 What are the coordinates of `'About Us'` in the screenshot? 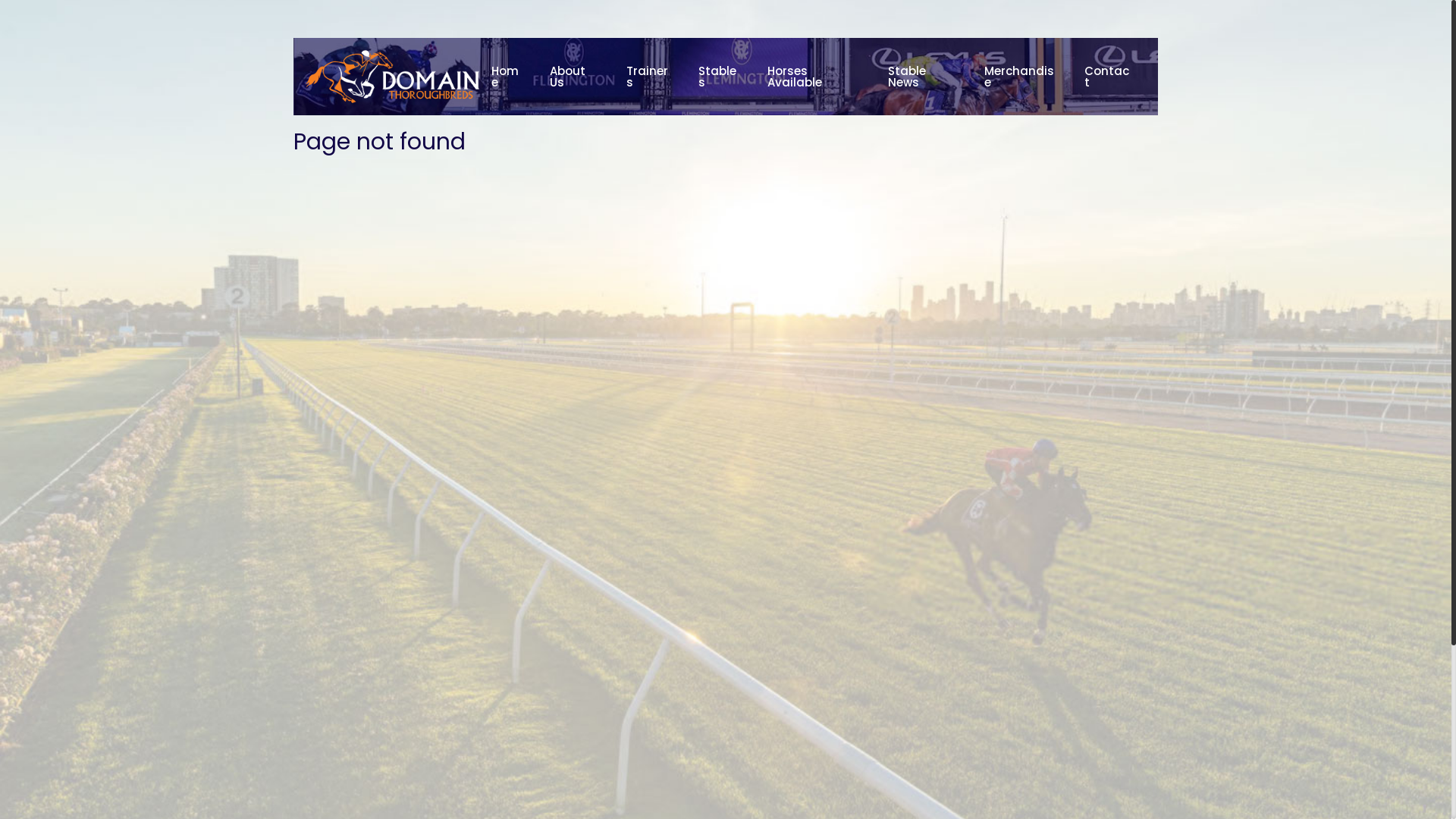 It's located at (575, 76).